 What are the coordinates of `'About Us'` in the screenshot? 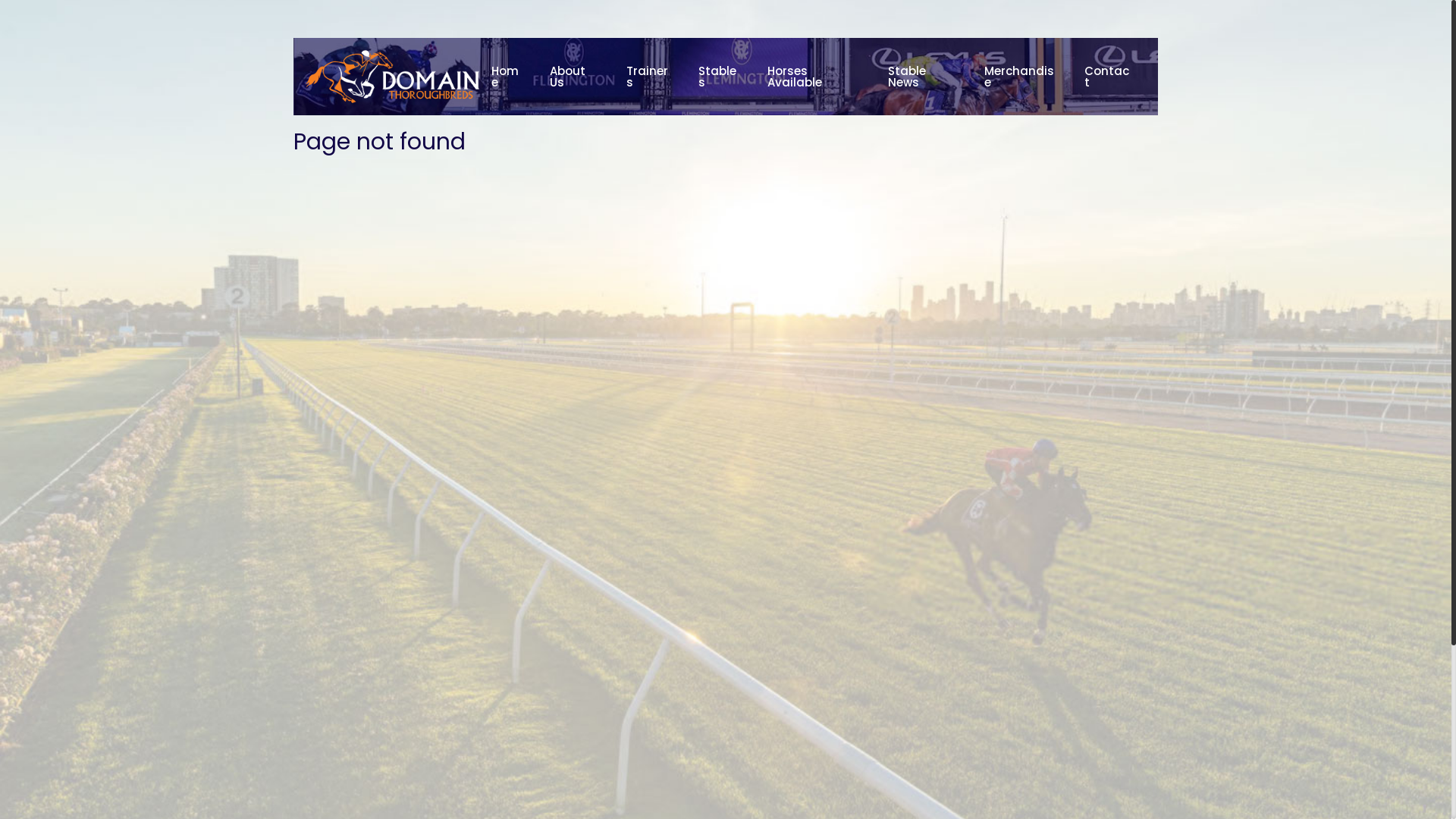 It's located at (575, 76).